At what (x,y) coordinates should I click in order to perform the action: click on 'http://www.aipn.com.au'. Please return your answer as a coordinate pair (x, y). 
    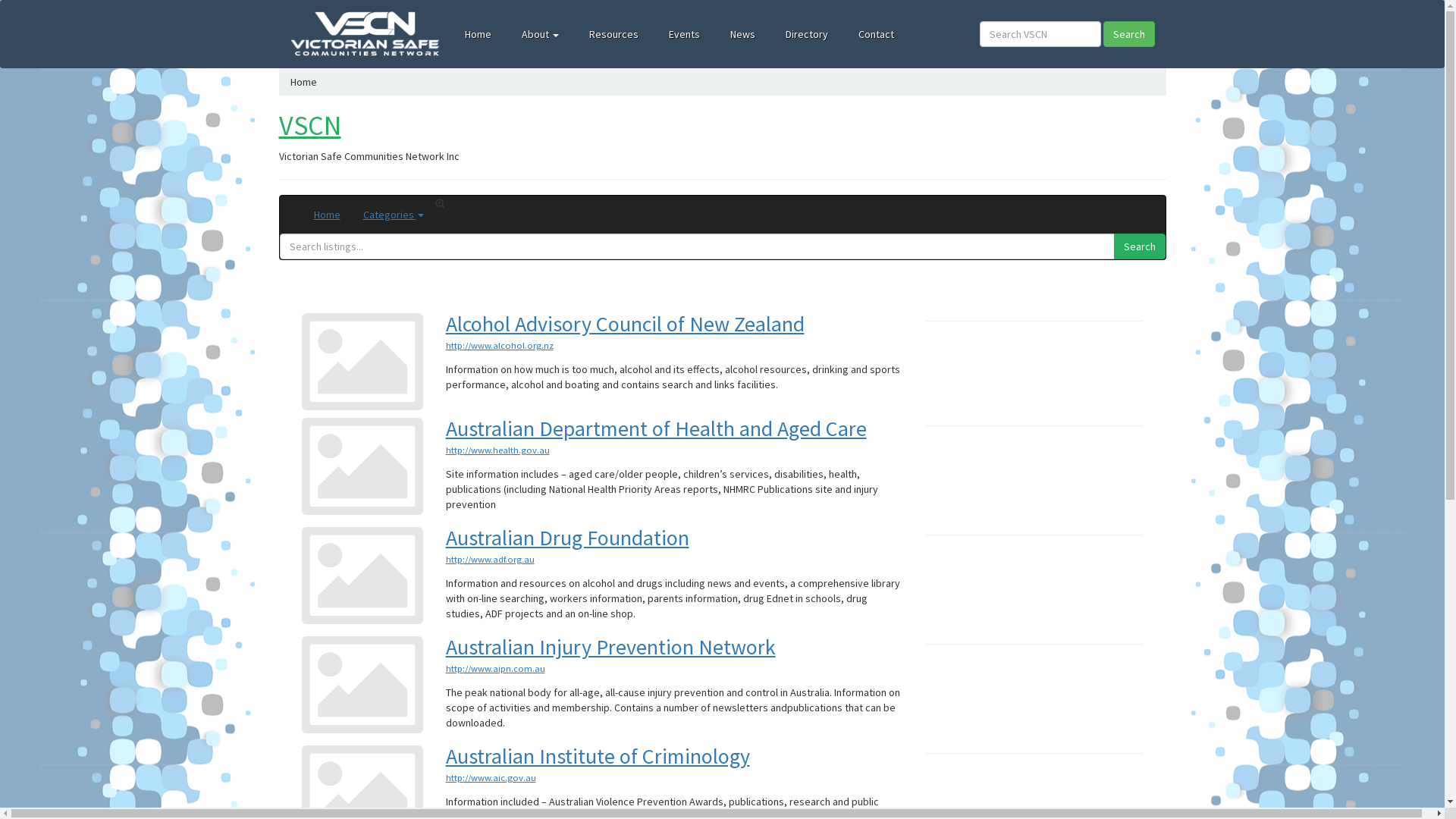
    Looking at the image, I should click on (495, 667).